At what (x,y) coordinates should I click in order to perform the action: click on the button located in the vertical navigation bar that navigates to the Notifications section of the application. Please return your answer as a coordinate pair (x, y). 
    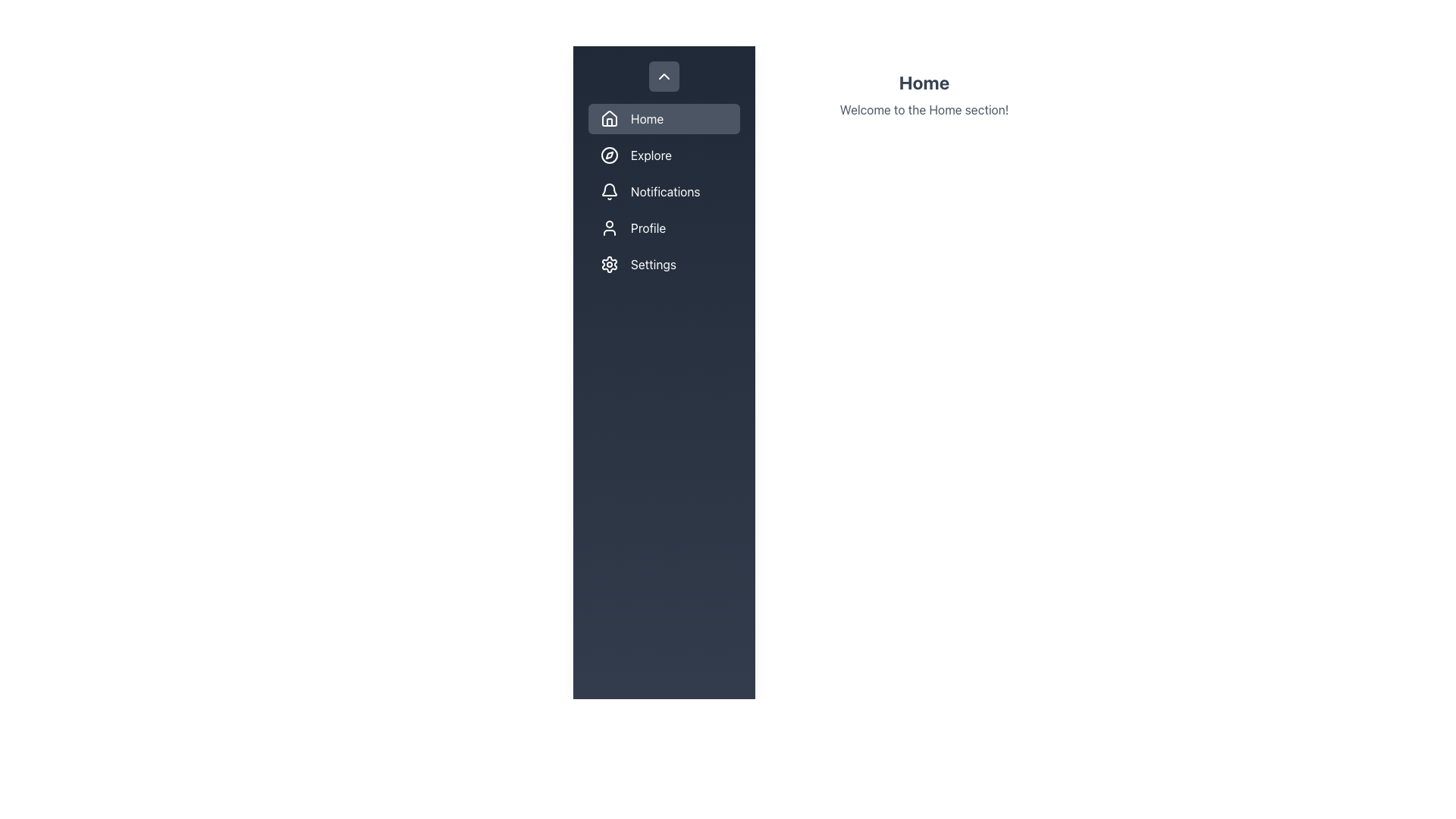
    Looking at the image, I should click on (664, 191).